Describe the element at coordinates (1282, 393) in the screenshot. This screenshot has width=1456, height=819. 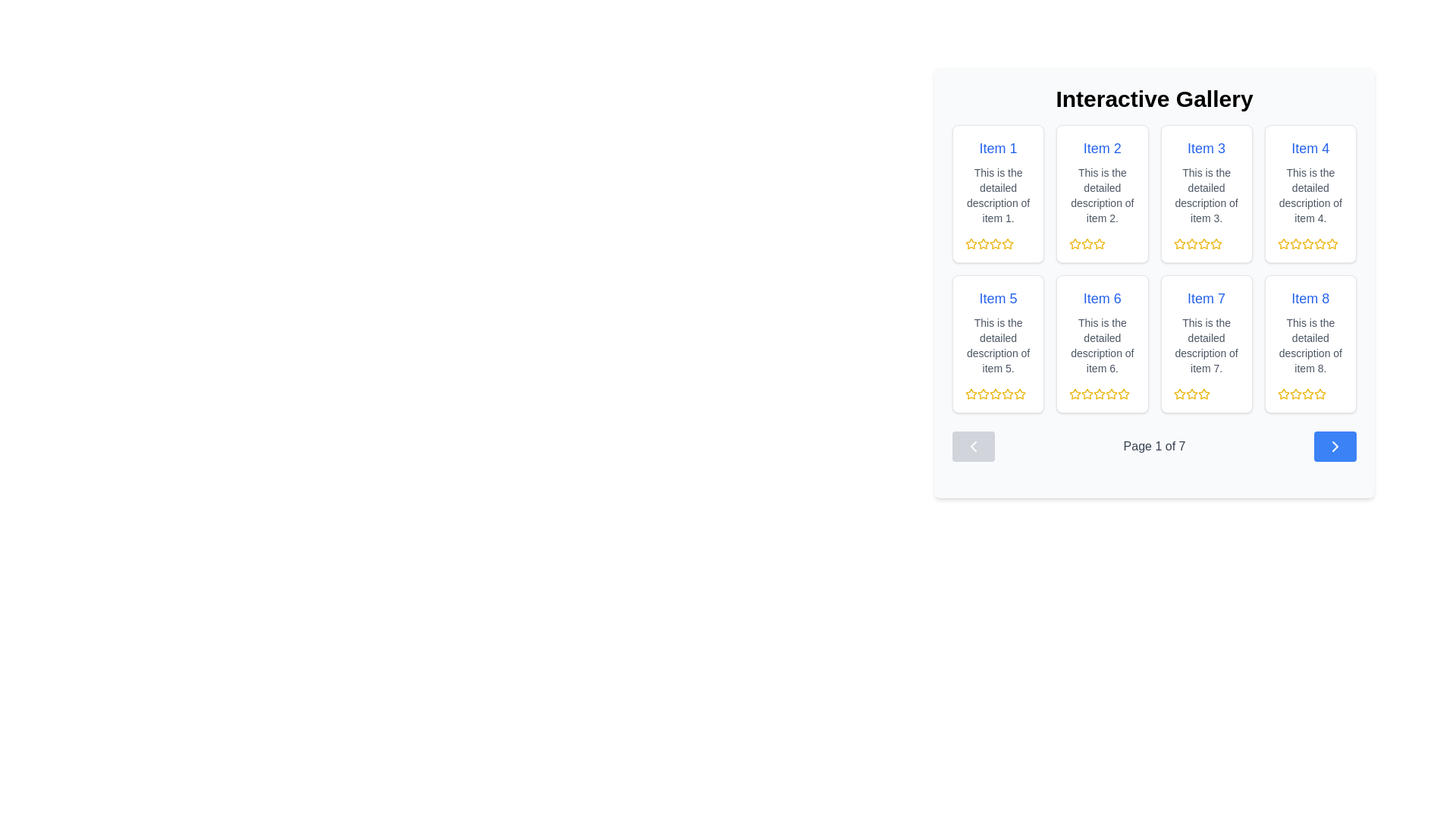
I see `the first yellow star-shaped rating icon in the rating section of the card labeled 'Item 8'` at that location.